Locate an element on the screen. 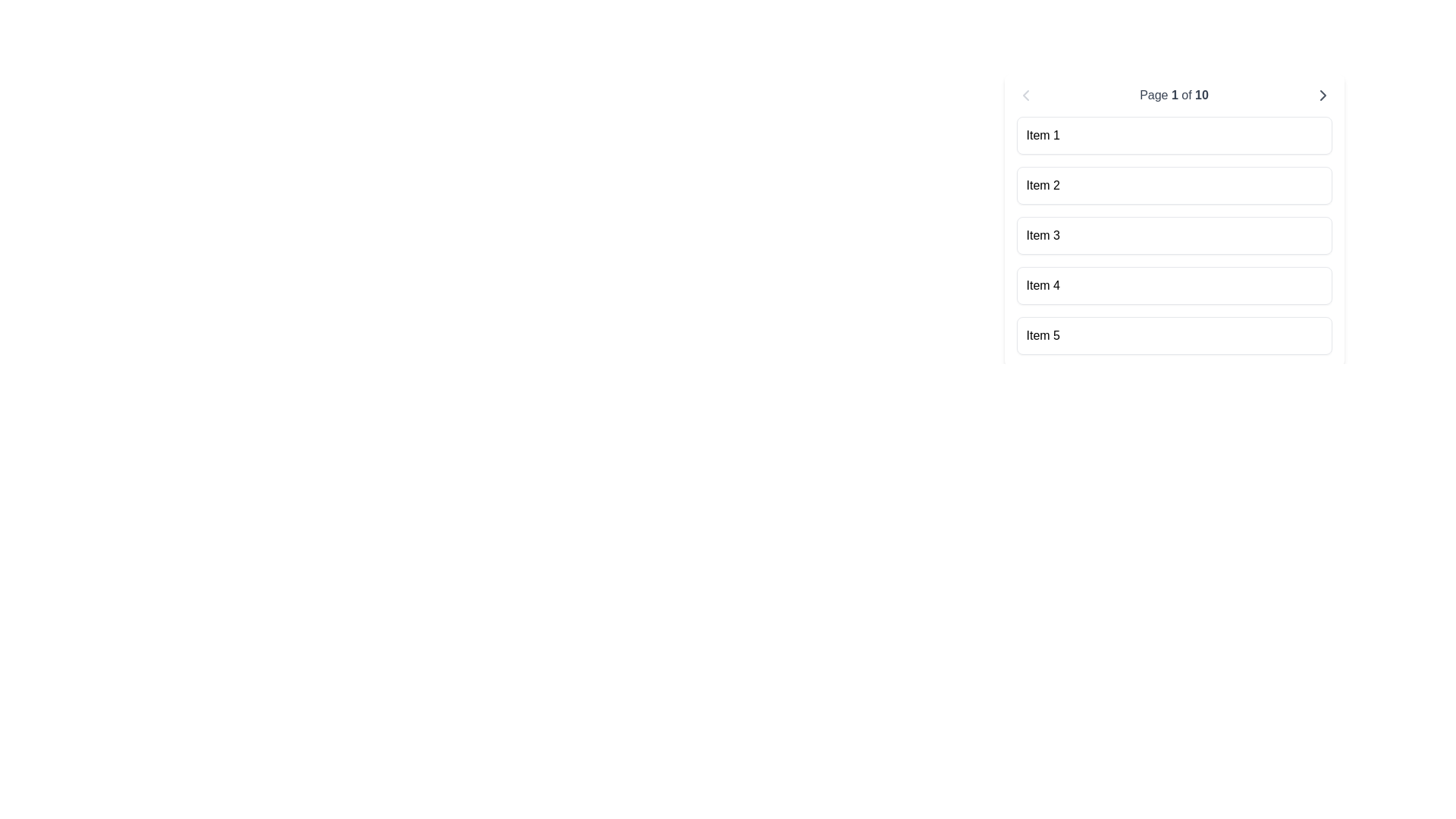 The image size is (1456, 819). the third item in the list of selectable items is located at coordinates (1173, 220).